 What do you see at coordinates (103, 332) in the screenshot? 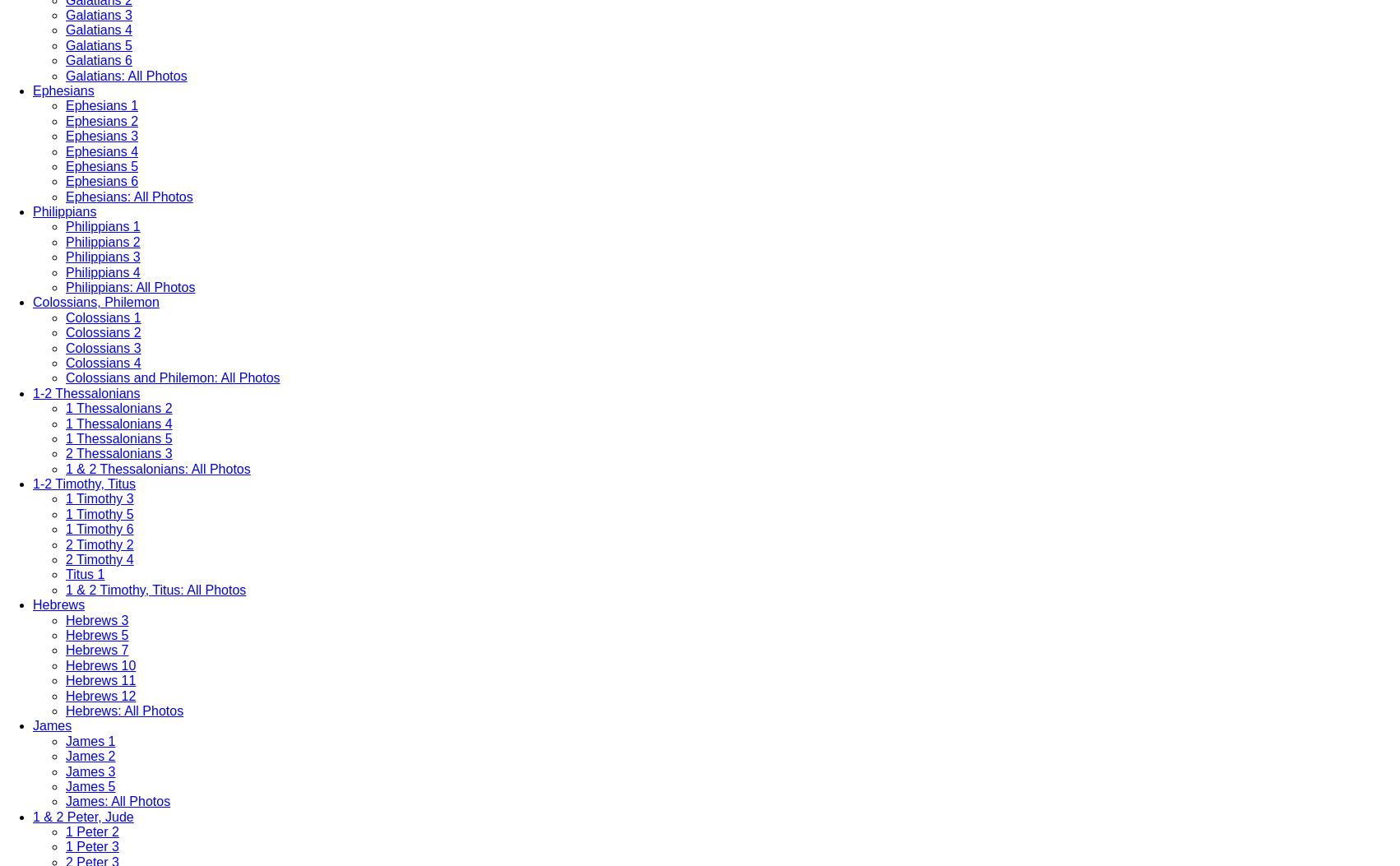
I see `'Colossians 2'` at bounding box center [103, 332].